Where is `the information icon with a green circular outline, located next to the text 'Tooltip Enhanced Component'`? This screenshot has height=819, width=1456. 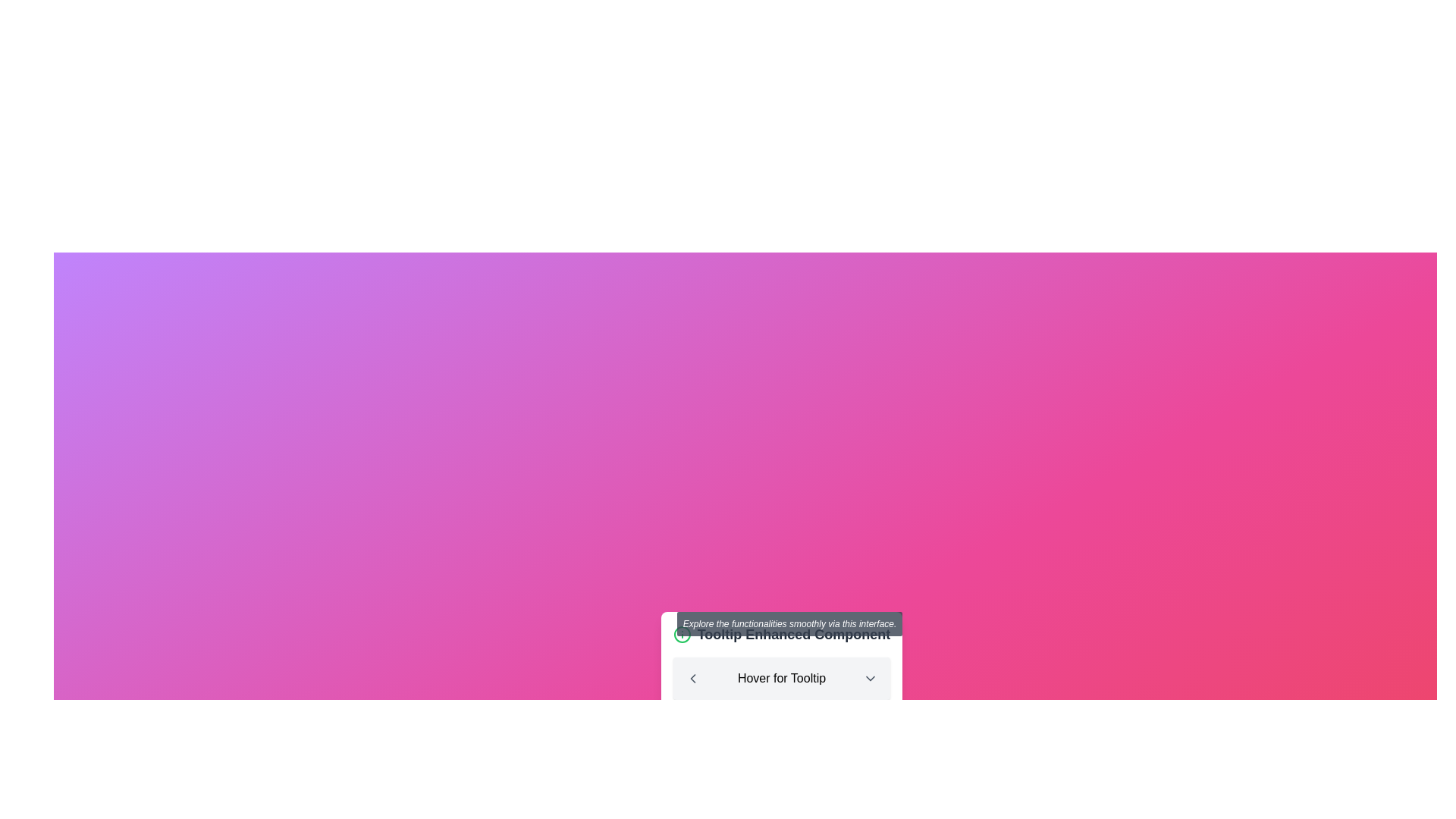 the information icon with a green circular outline, located next to the text 'Tooltip Enhanced Component' is located at coordinates (681, 635).